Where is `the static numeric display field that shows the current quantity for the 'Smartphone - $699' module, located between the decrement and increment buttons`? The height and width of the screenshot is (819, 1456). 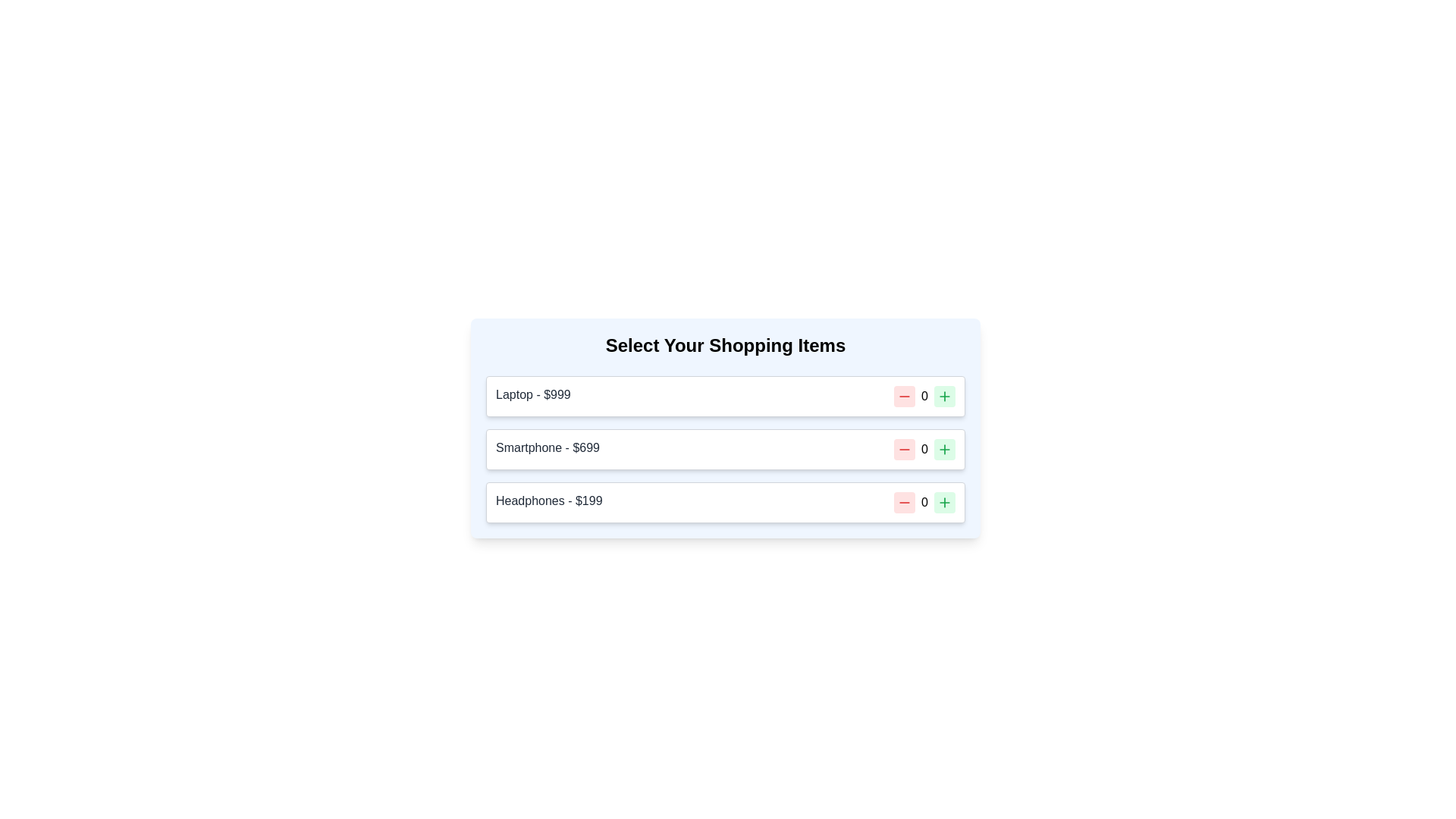 the static numeric display field that shows the current quantity for the 'Smartphone - $699' module, located between the decrement and increment buttons is located at coordinates (924, 449).